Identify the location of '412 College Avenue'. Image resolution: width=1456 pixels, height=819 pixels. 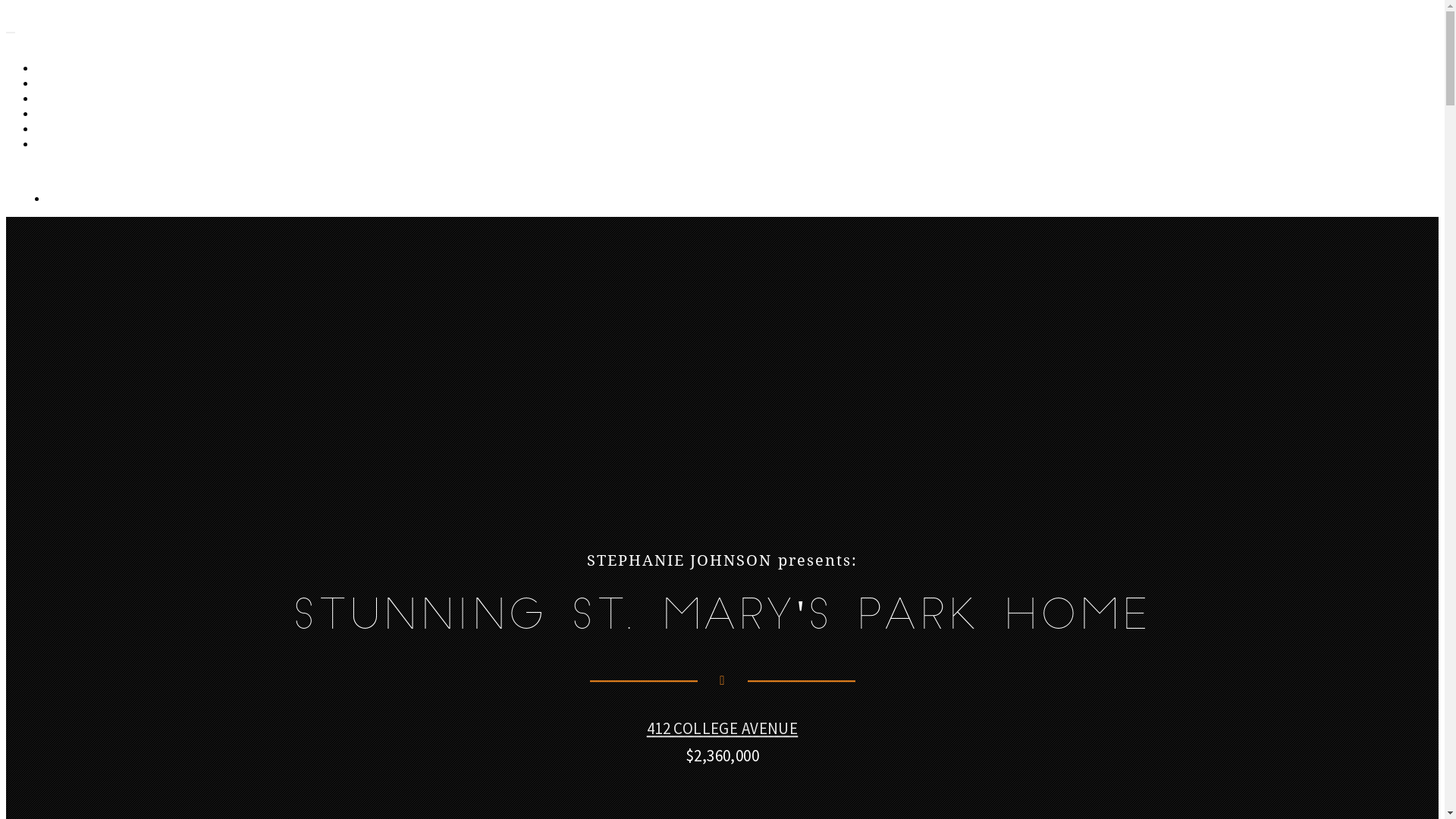
(119, 29).